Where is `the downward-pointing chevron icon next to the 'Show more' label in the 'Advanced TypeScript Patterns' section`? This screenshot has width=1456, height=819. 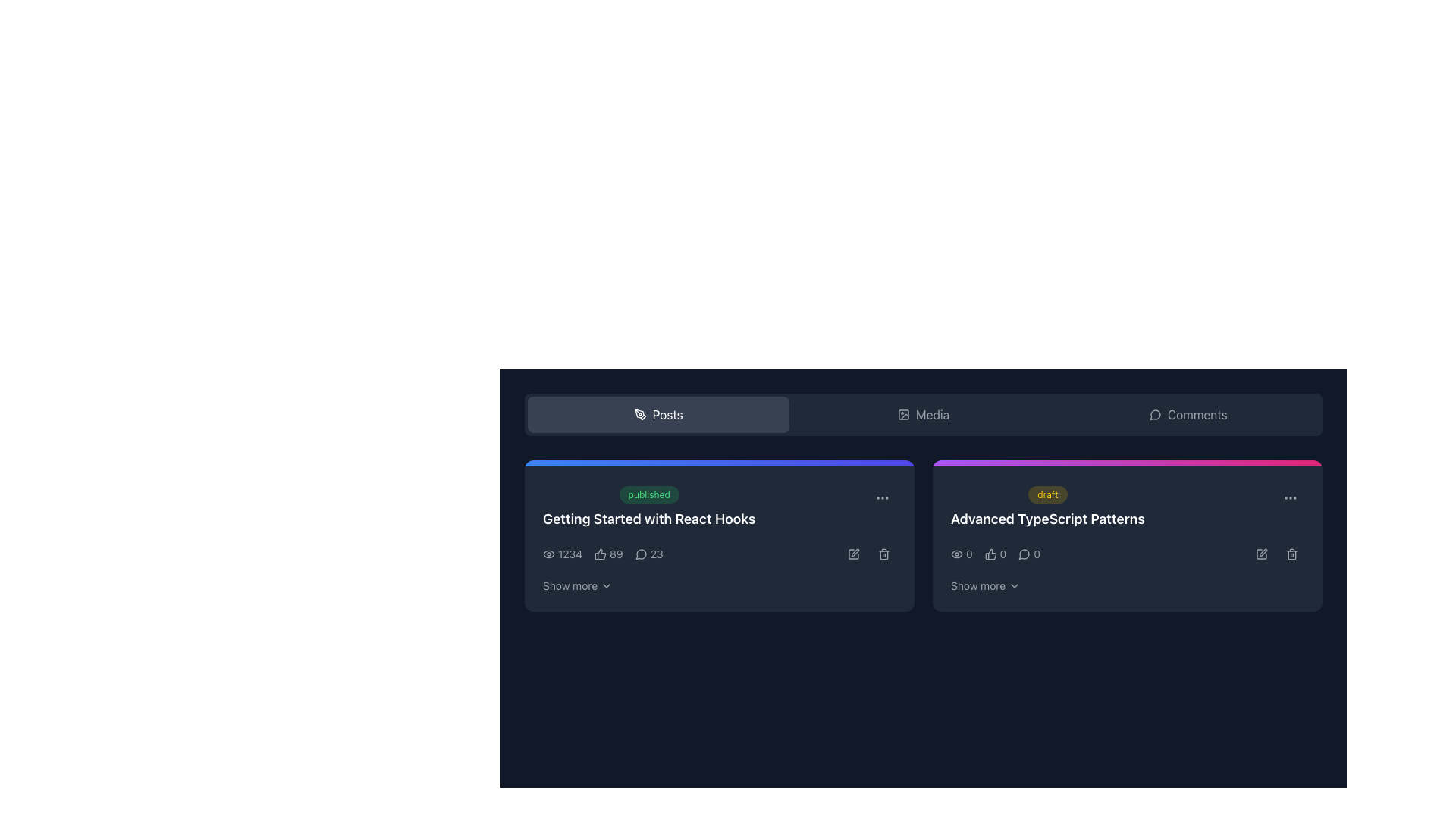 the downward-pointing chevron icon next to the 'Show more' label in the 'Advanced TypeScript Patterns' section is located at coordinates (1015, 585).